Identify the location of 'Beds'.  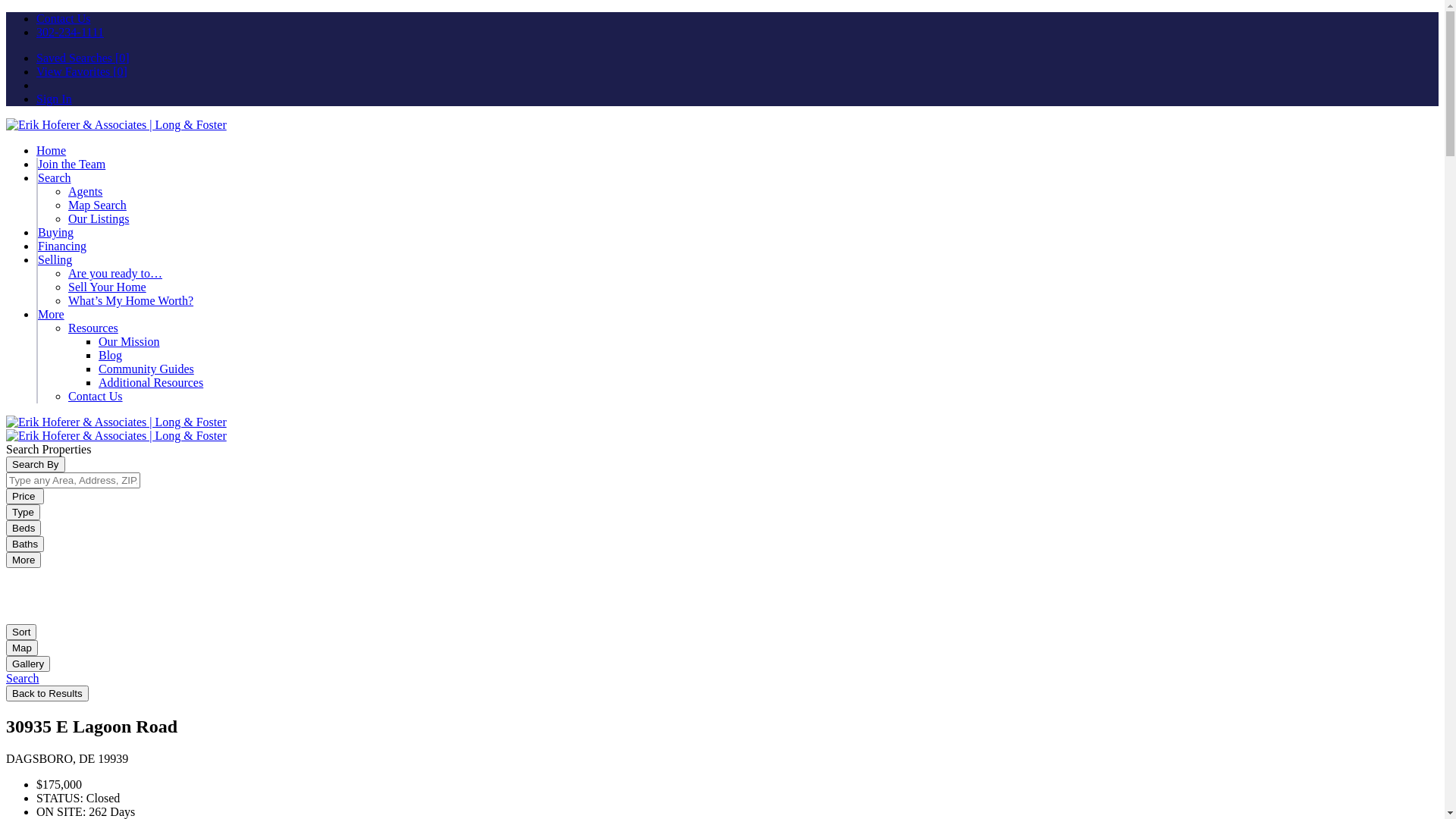
(6, 527).